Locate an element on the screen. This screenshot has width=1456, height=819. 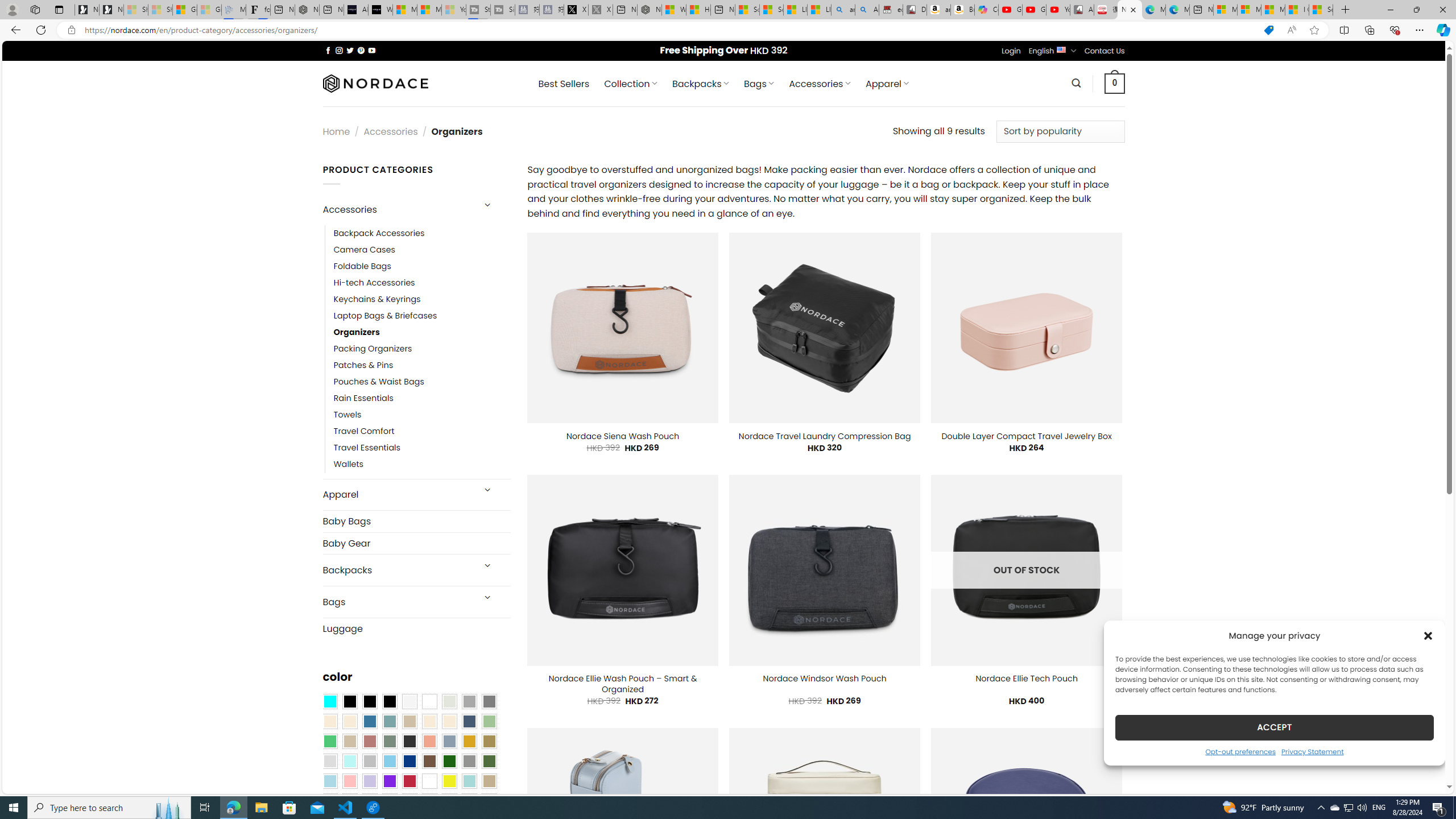
'Rain Essentials' is located at coordinates (362, 398).